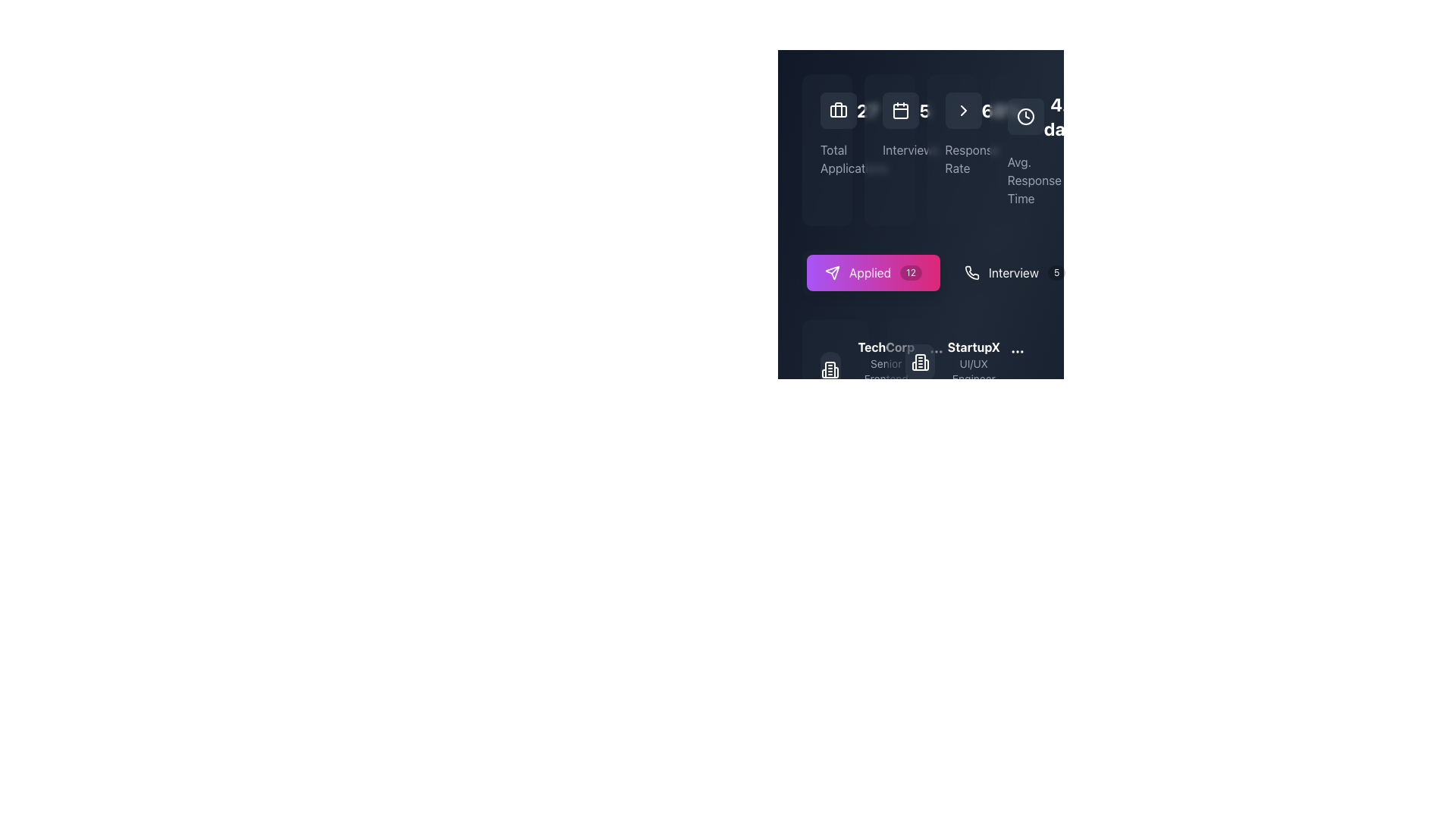 The width and height of the screenshot is (1456, 819). Describe the element at coordinates (1056, 271) in the screenshot. I see `the Badge or Label indicating the count or status associated with 'Interview', which is located to the immediate right of the word 'Interview'` at that location.